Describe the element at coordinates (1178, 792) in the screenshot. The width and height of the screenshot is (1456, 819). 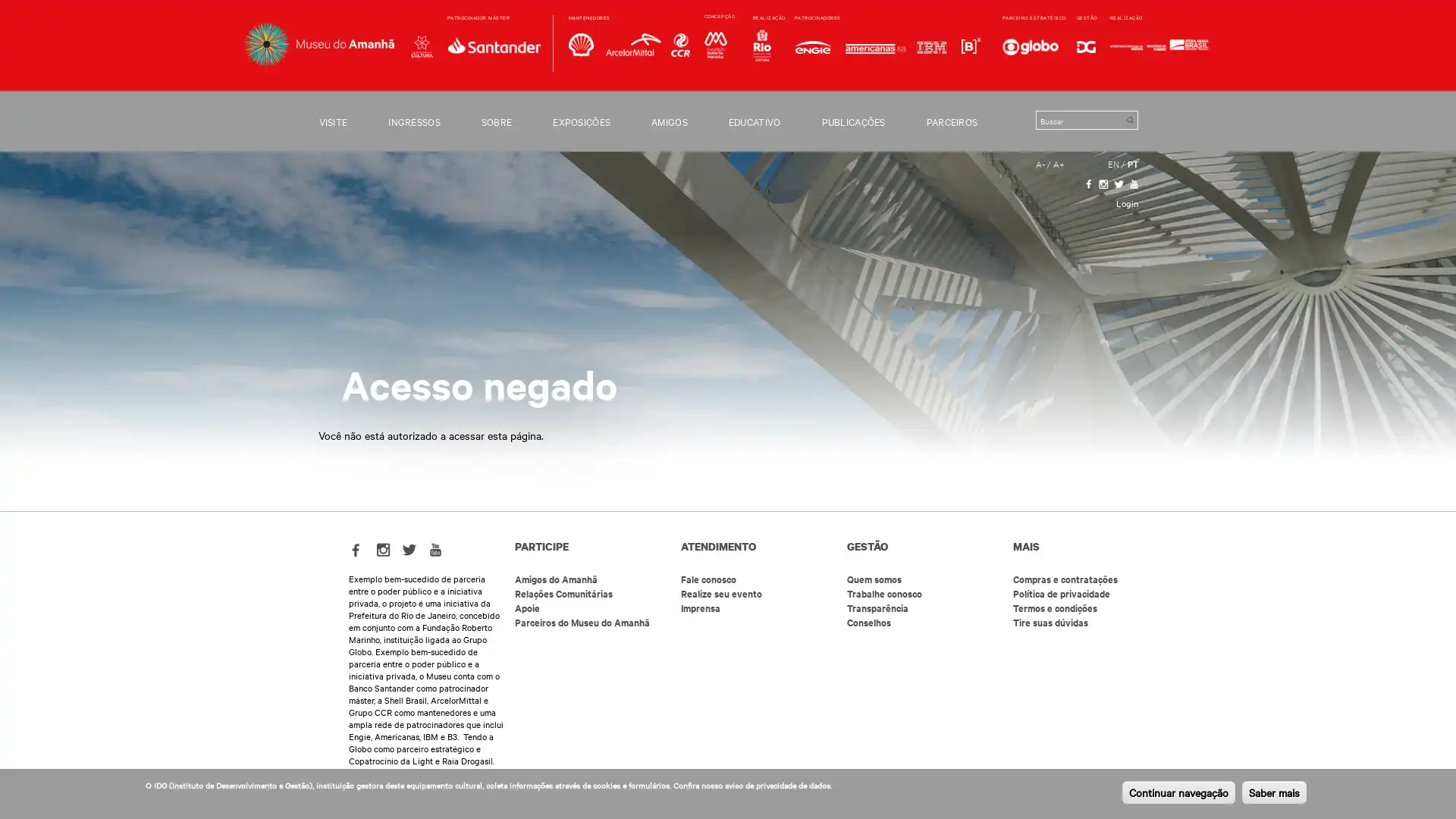
I see `Continuar navegacao` at that location.